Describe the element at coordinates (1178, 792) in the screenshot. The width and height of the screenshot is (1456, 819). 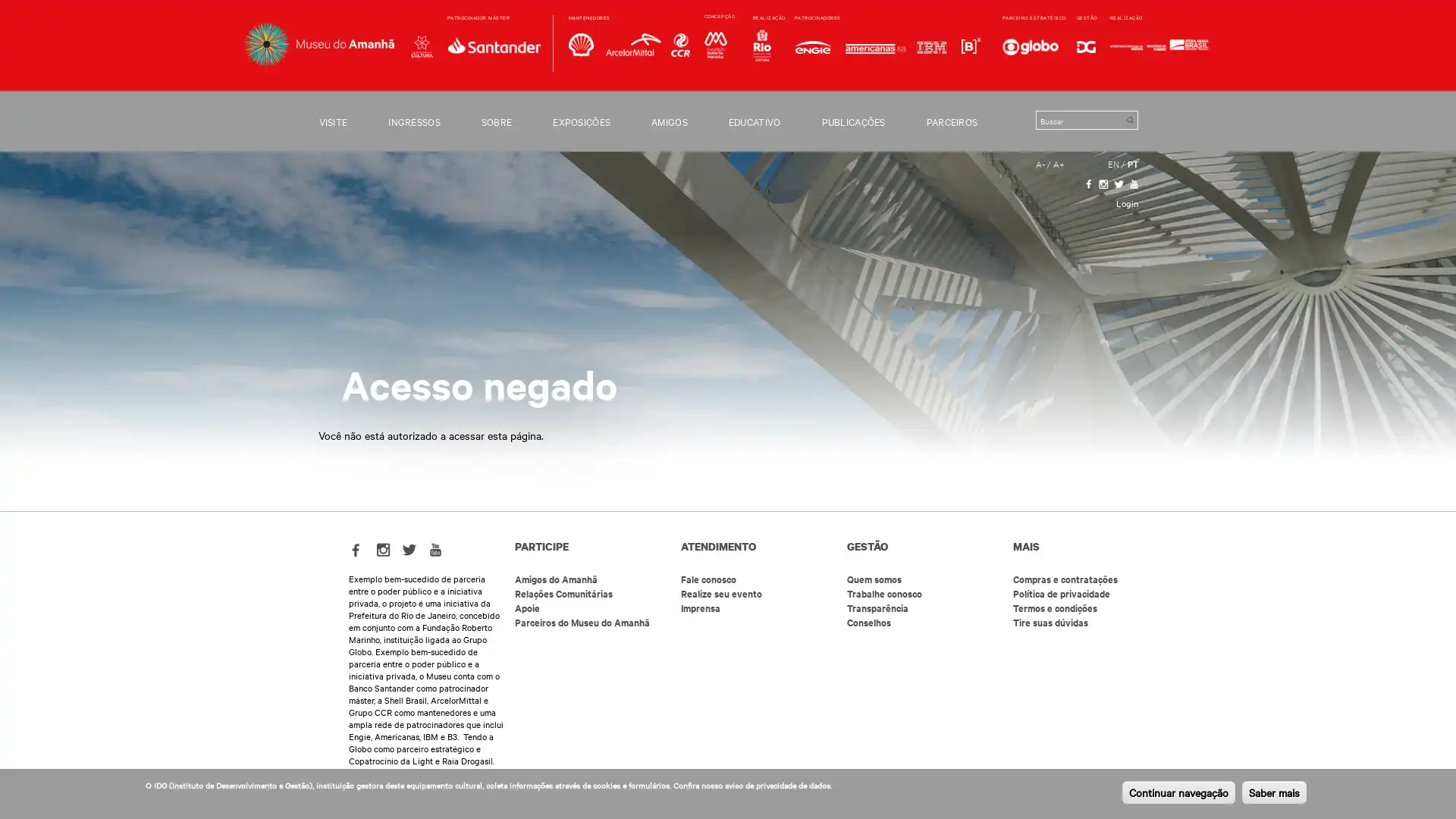
I see `Continuar navegacao` at that location.